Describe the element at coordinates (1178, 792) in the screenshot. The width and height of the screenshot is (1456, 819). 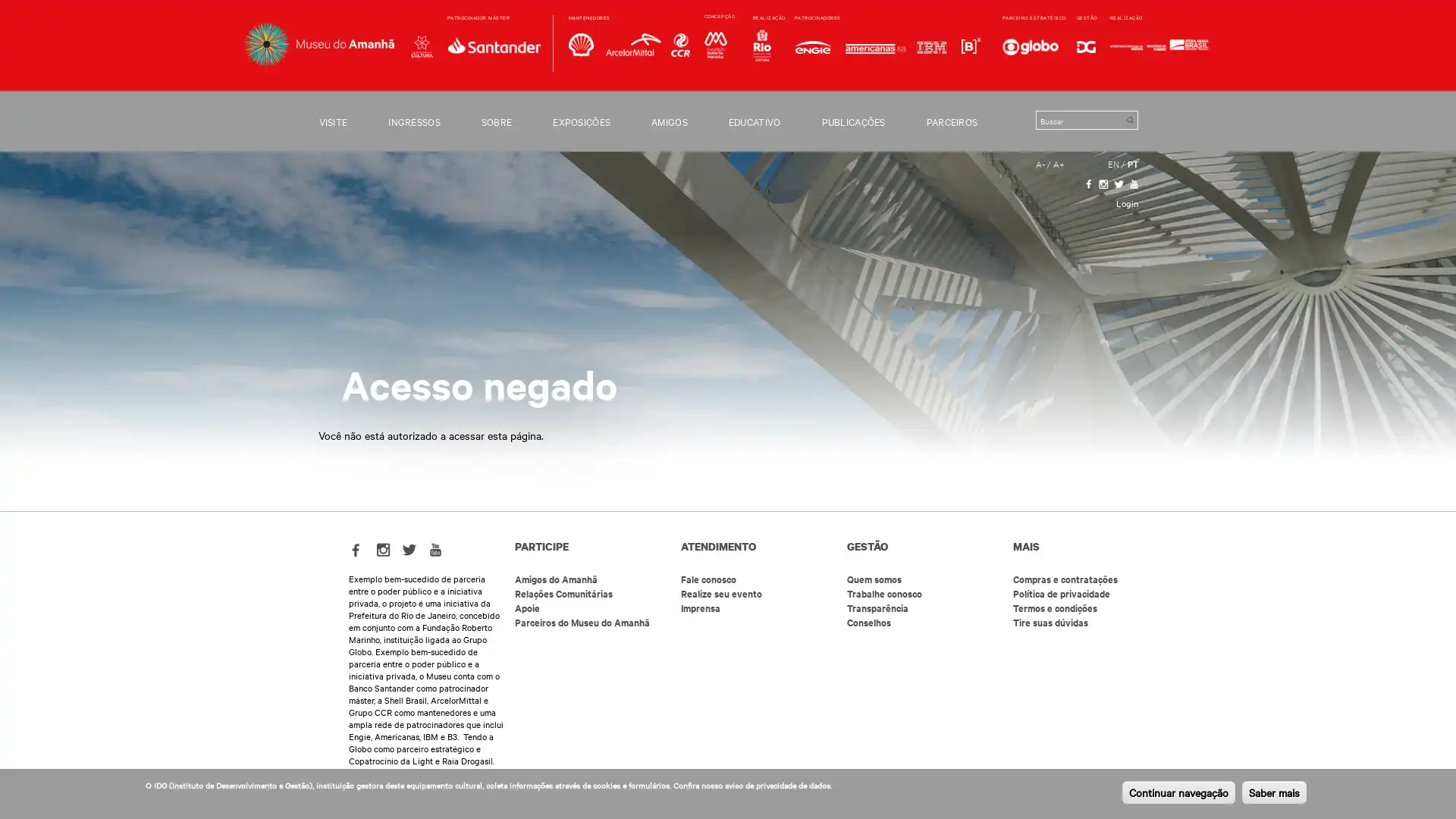
I see `Continuar navegacao` at that location.